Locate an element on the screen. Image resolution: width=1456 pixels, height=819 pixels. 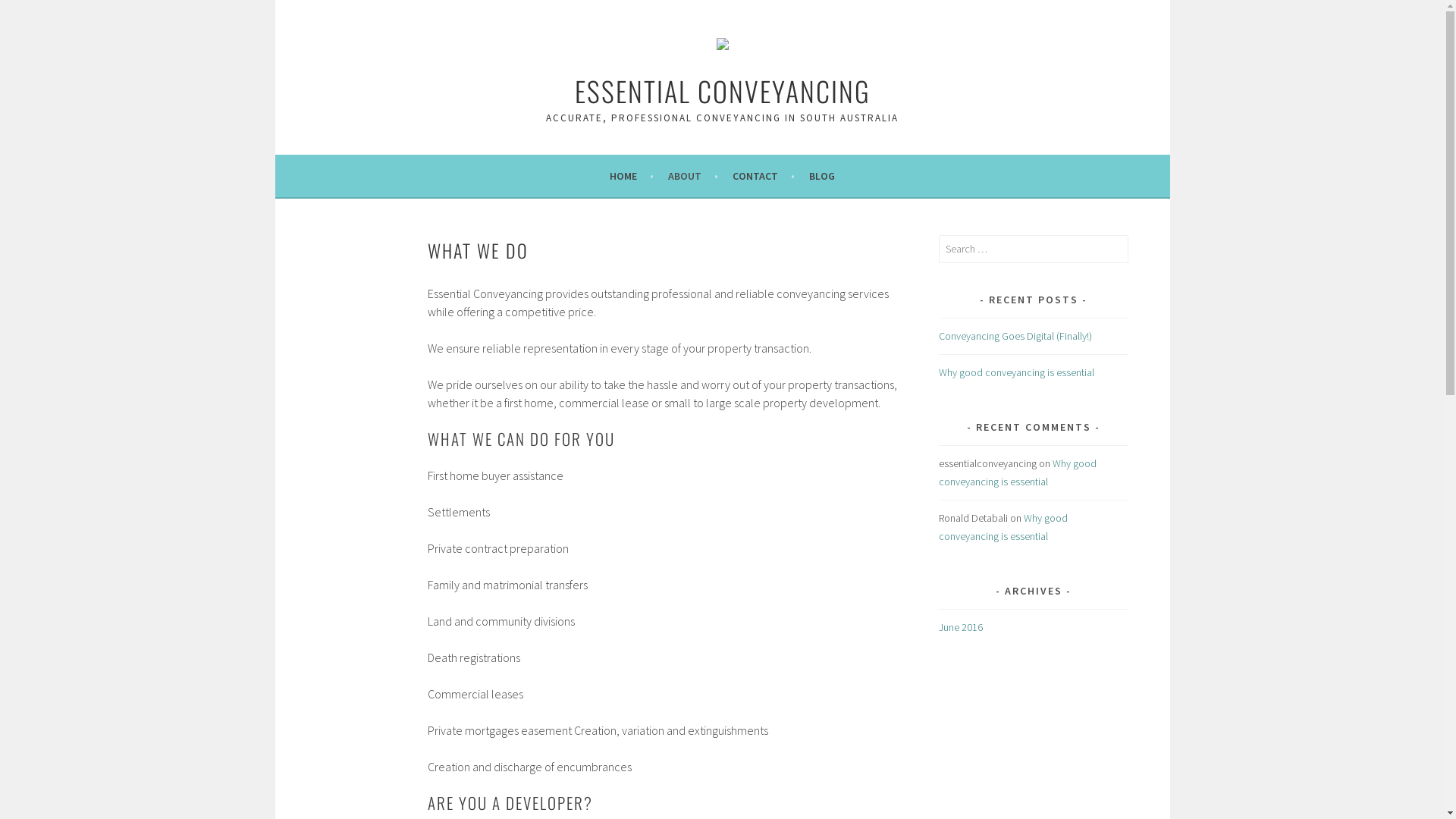
'Conveyancing Goes Digital (Finally!)' is located at coordinates (1015, 335).